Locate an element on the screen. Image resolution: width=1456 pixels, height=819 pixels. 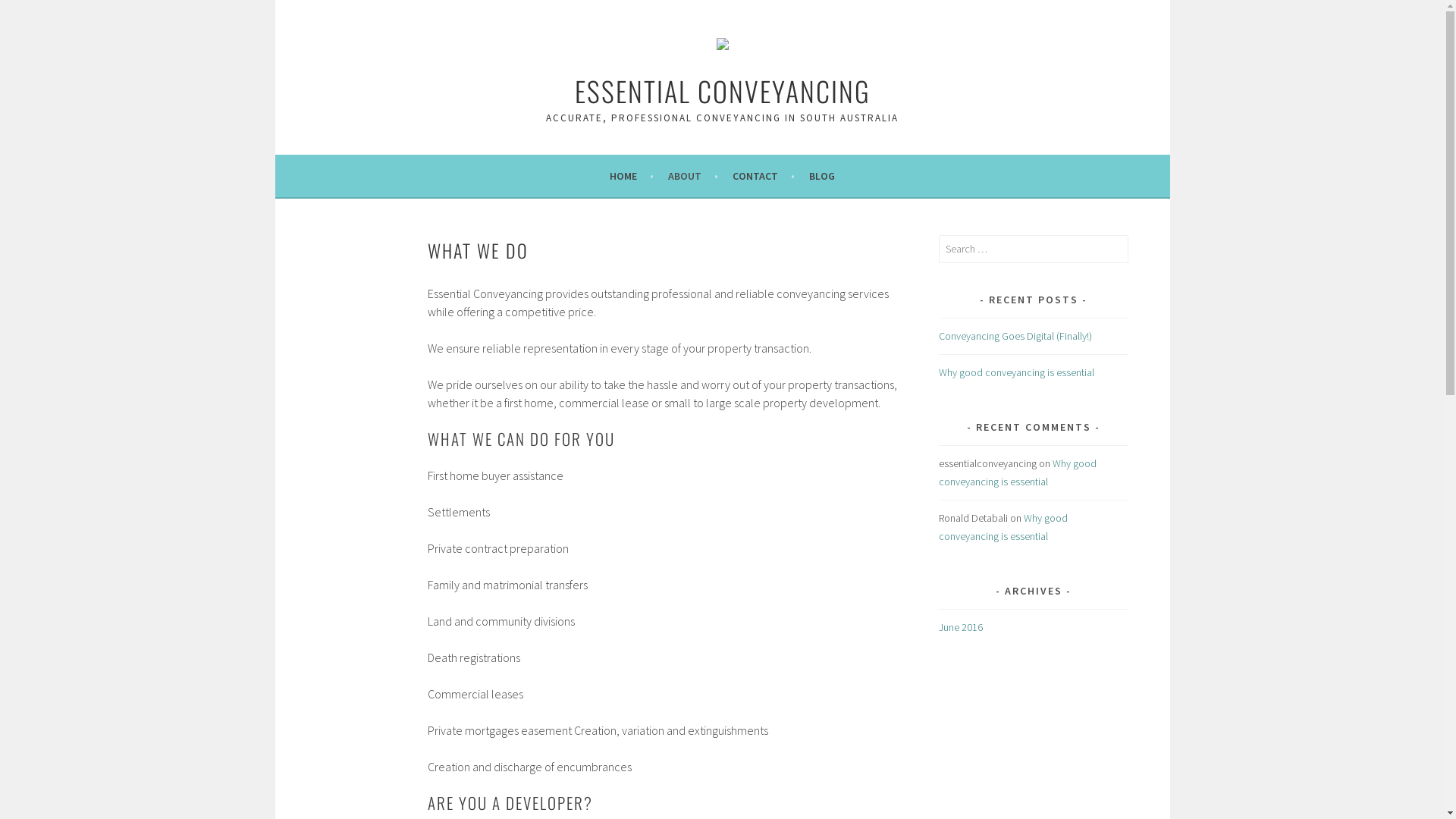
'Conveyancing Goes Digital (Finally!)' is located at coordinates (1015, 335).